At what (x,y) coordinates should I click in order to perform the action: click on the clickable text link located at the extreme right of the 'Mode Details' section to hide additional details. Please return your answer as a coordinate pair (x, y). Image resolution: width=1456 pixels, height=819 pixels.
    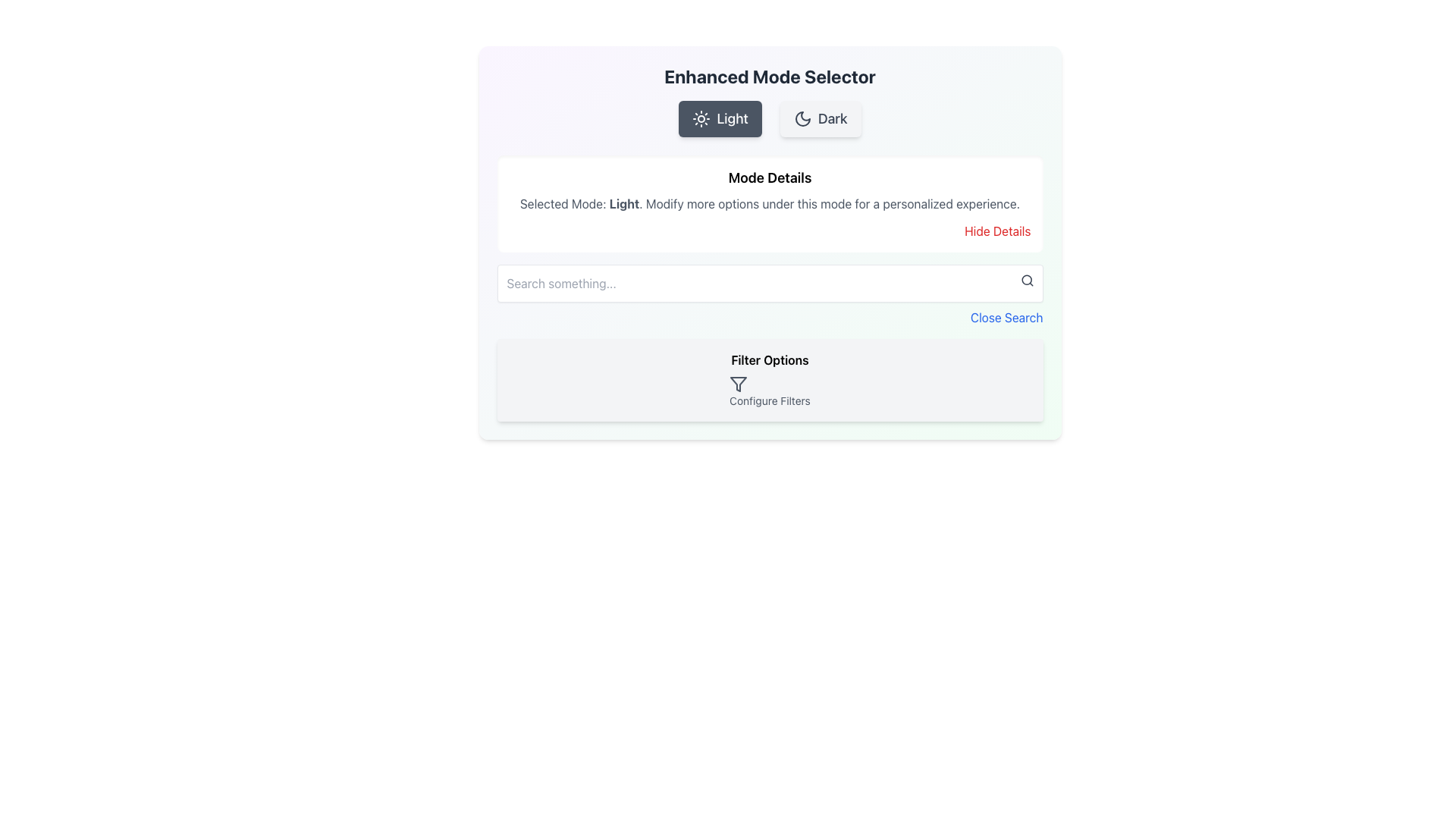
    Looking at the image, I should click on (997, 231).